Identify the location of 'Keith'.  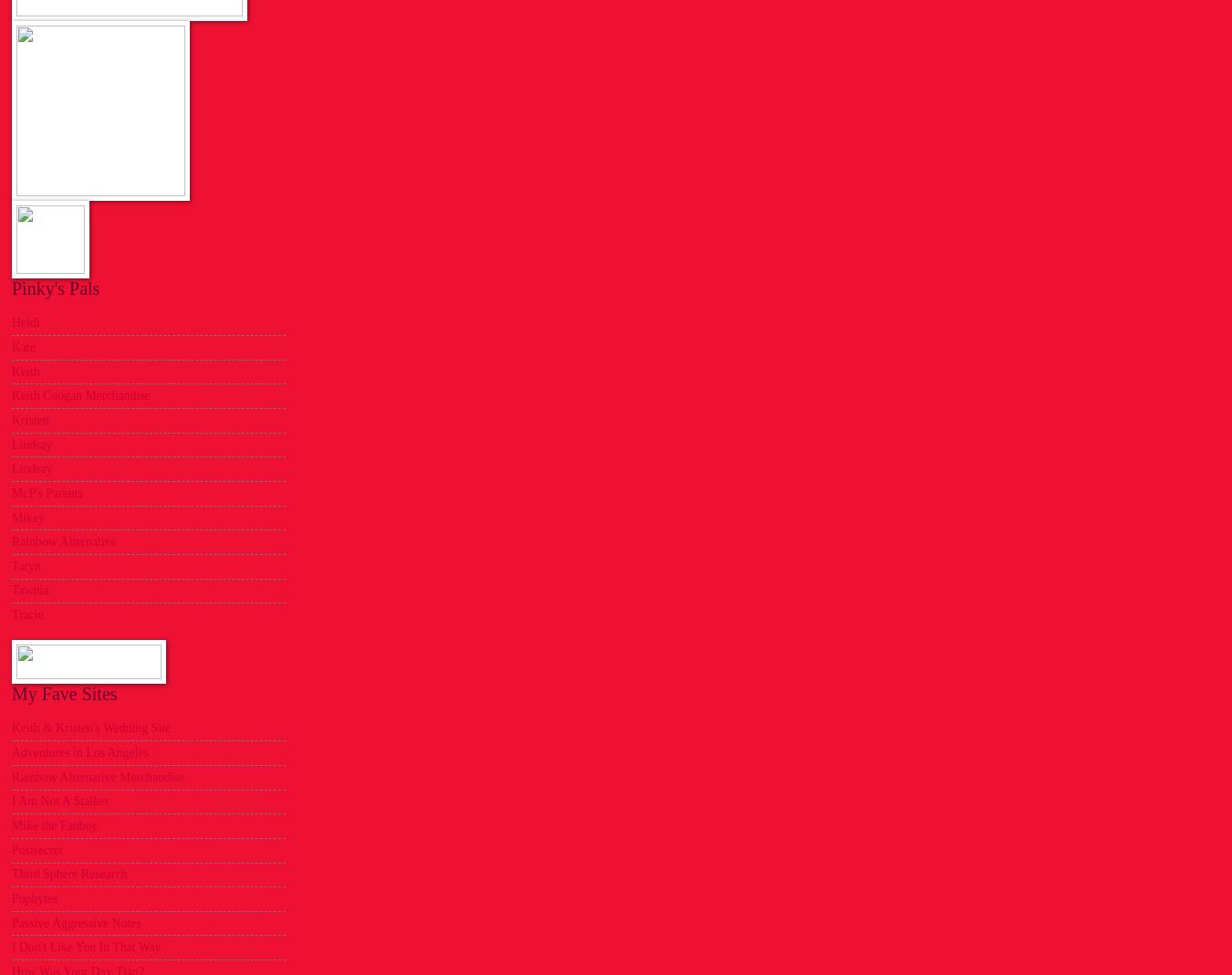
(24, 371).